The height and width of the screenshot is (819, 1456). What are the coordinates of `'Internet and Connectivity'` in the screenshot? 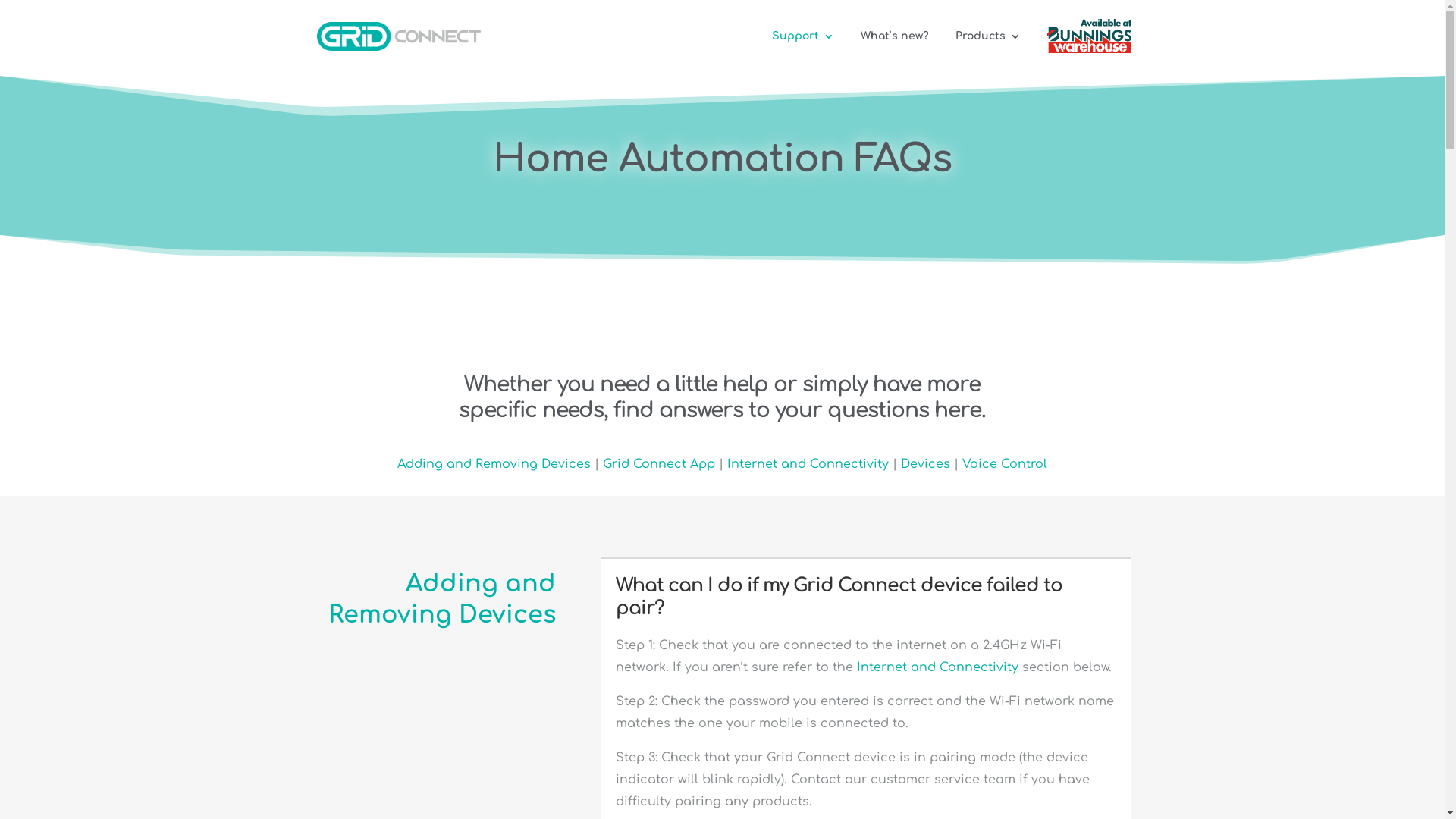 It's located at (726, 463).